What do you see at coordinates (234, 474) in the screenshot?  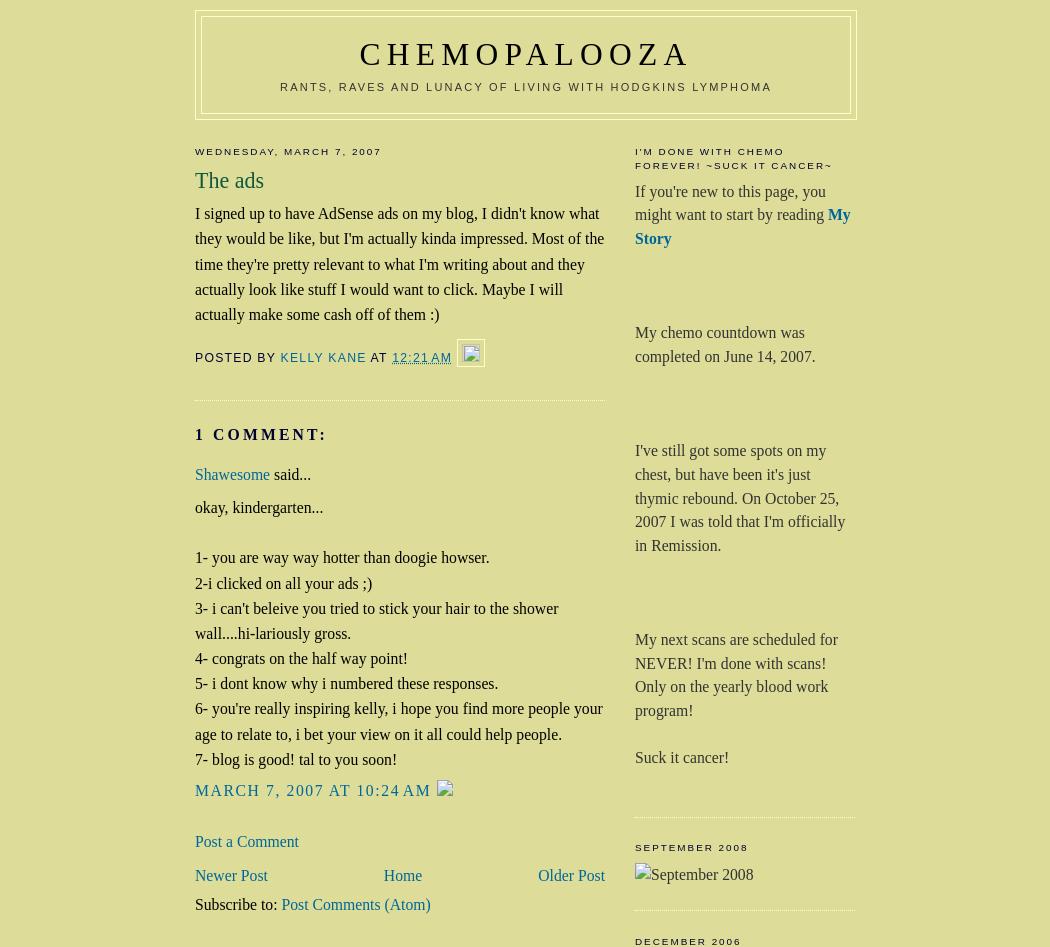 I see `'Shawesome'` at bounding box center [234, 474].